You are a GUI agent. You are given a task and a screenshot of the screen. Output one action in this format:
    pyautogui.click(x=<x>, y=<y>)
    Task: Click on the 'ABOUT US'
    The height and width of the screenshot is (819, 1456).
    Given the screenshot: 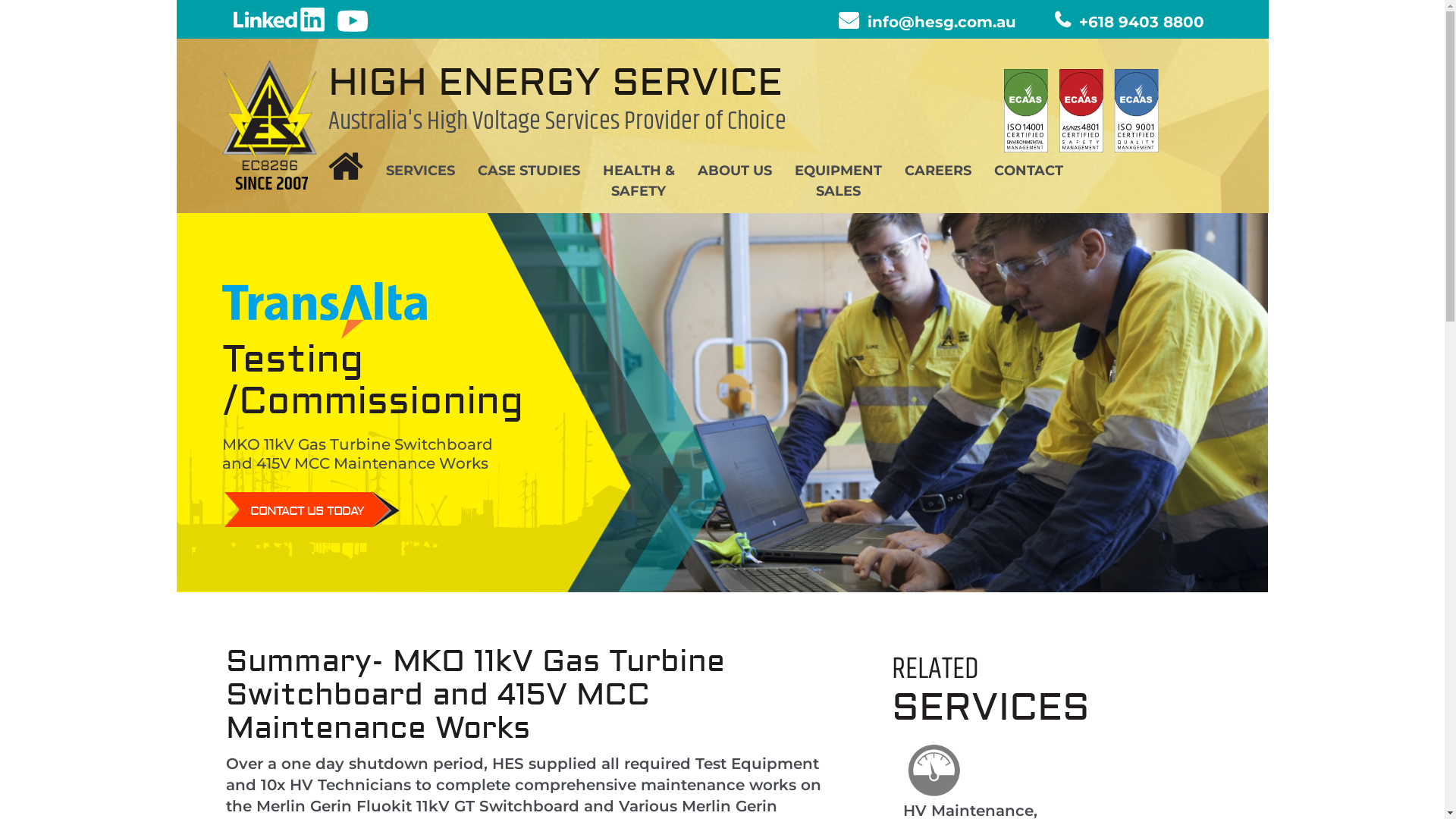 What is the action you would take?
    pyautogui.click(x=697, y=171)
    